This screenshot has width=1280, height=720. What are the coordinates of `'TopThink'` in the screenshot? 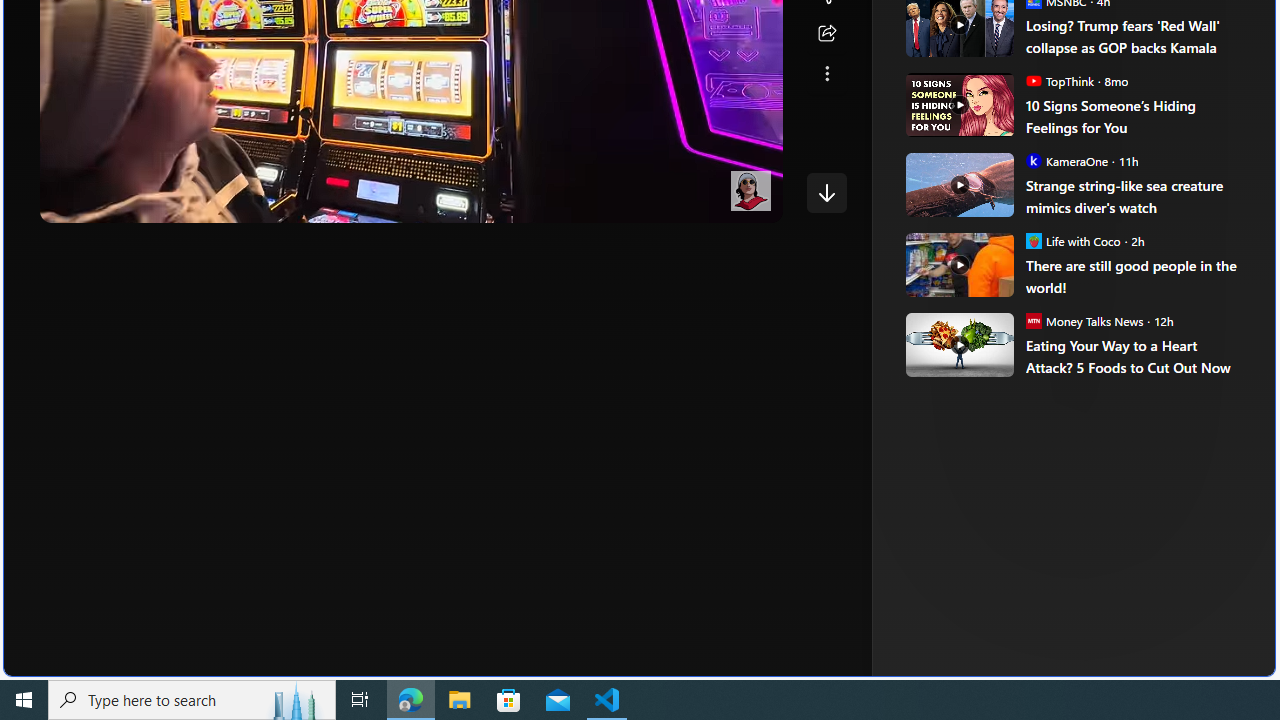 It's located at (1033, 79).